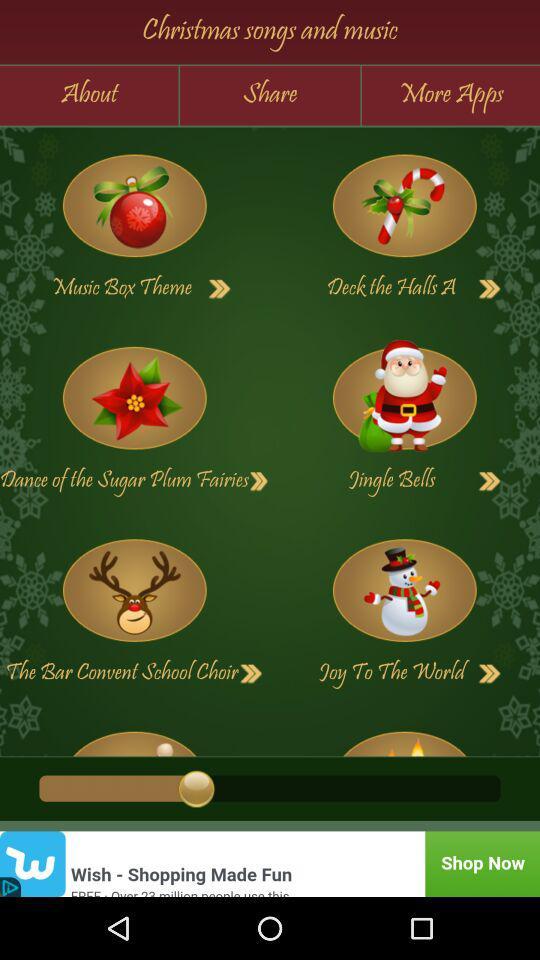  What do you see at coordinates (404, 590) in the screenshot?
I see `game` at bounding box center [404, 590].